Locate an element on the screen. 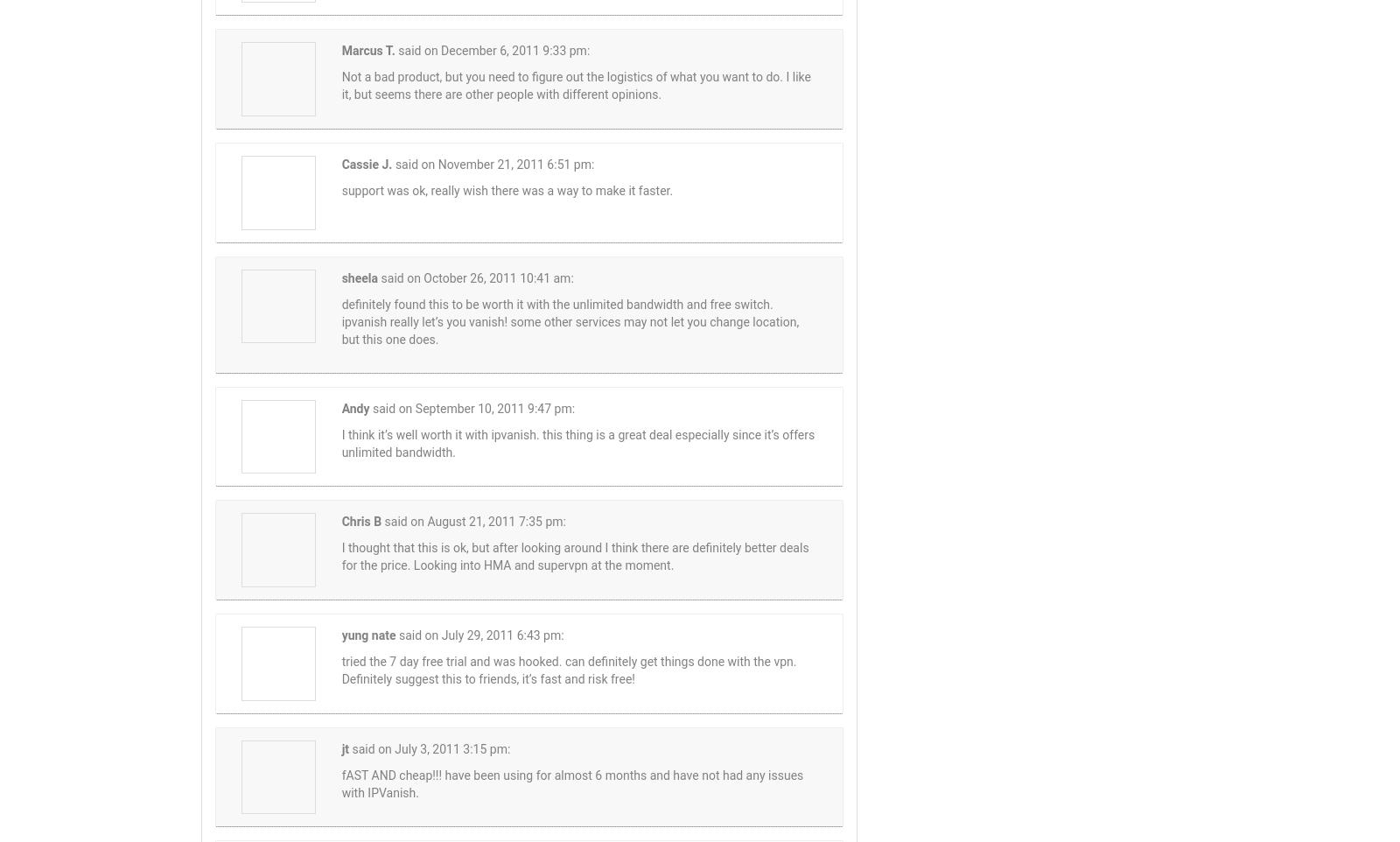  'said on November 21, 2011 6:51 pm:' is located at coordinates (493, 164).